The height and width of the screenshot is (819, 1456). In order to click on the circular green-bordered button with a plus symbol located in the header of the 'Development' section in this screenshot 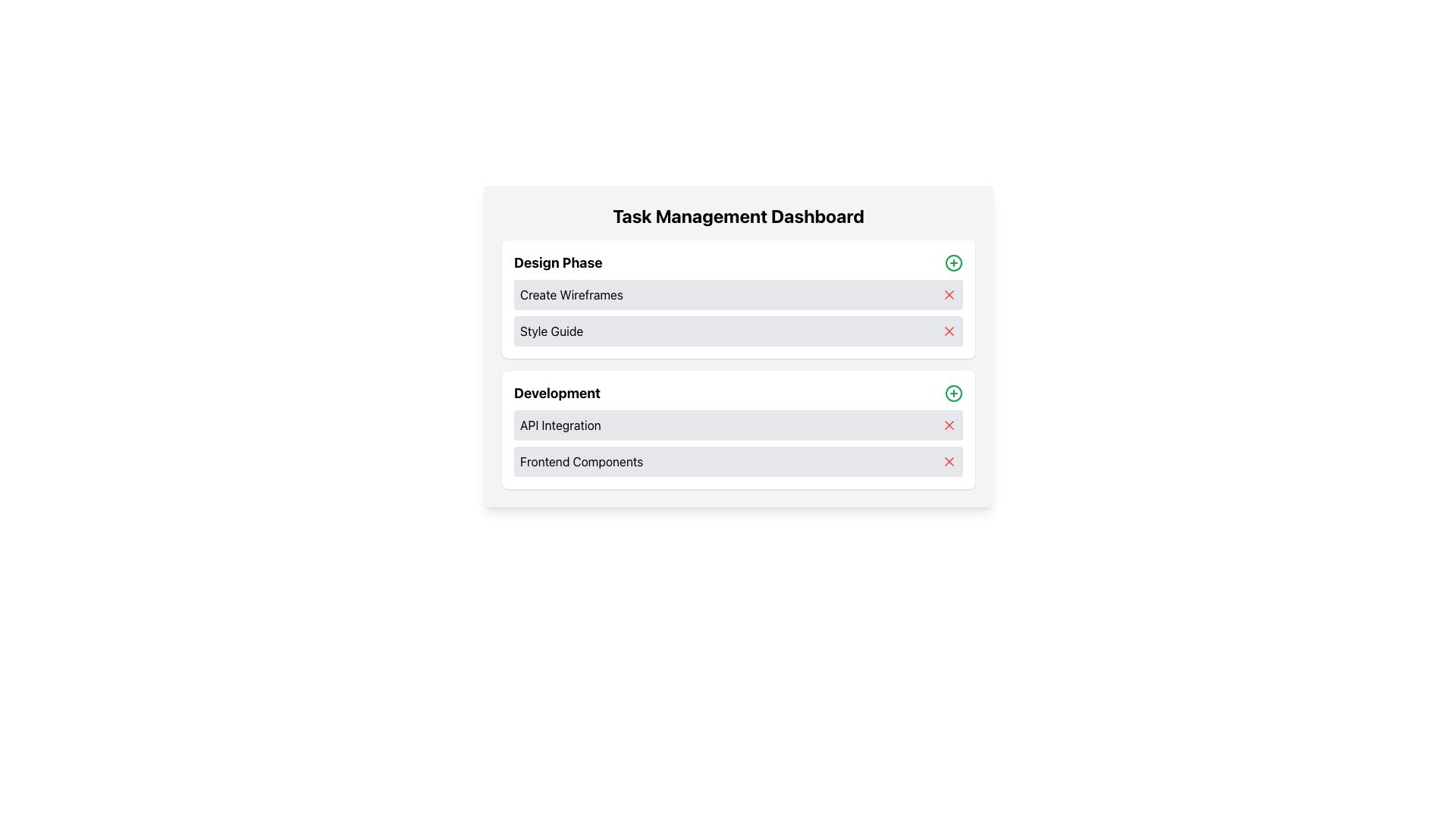, I will do `click(952, 393)`.